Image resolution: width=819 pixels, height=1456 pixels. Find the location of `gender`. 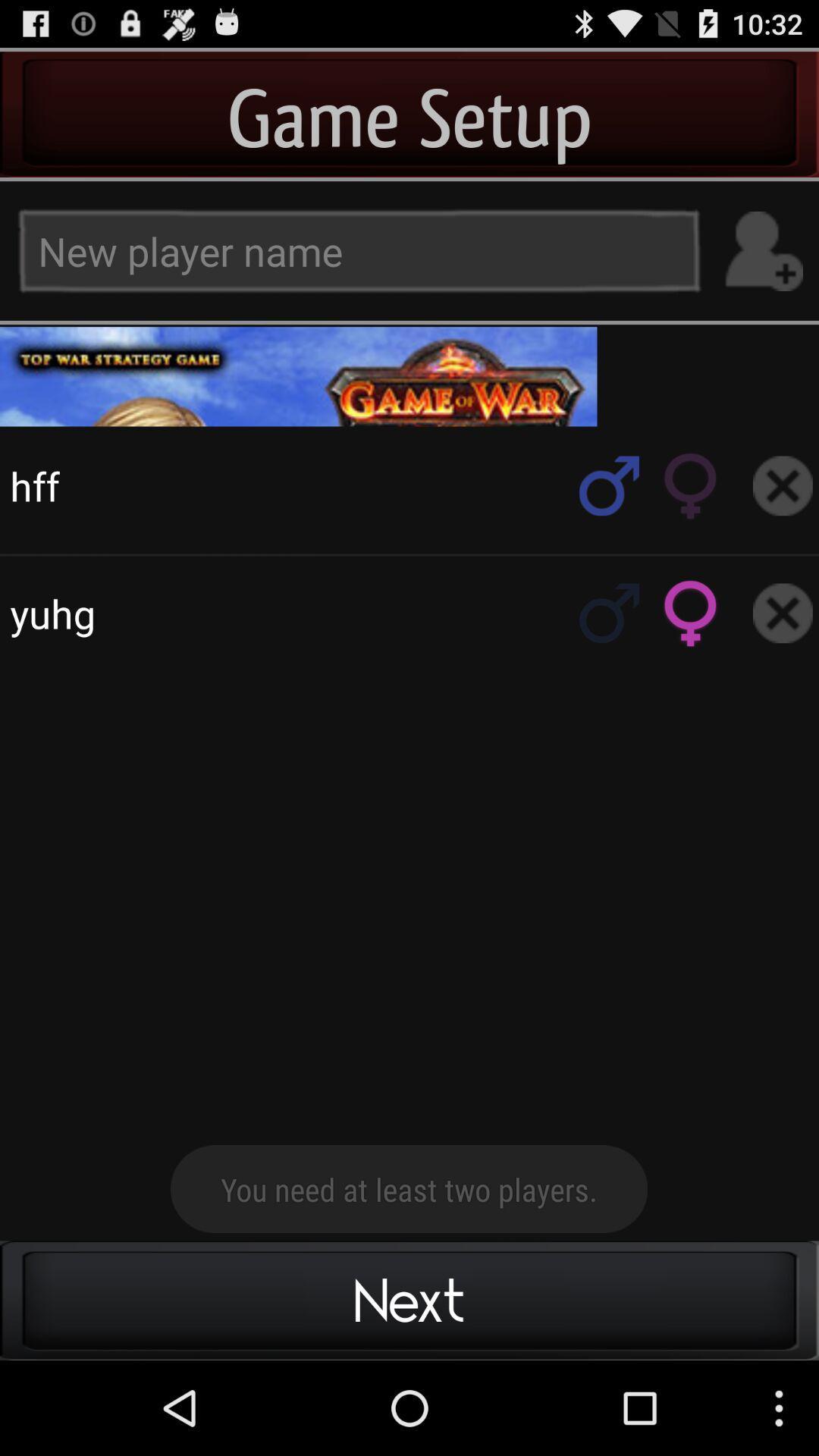

gender is located at coordinates (608, 485).